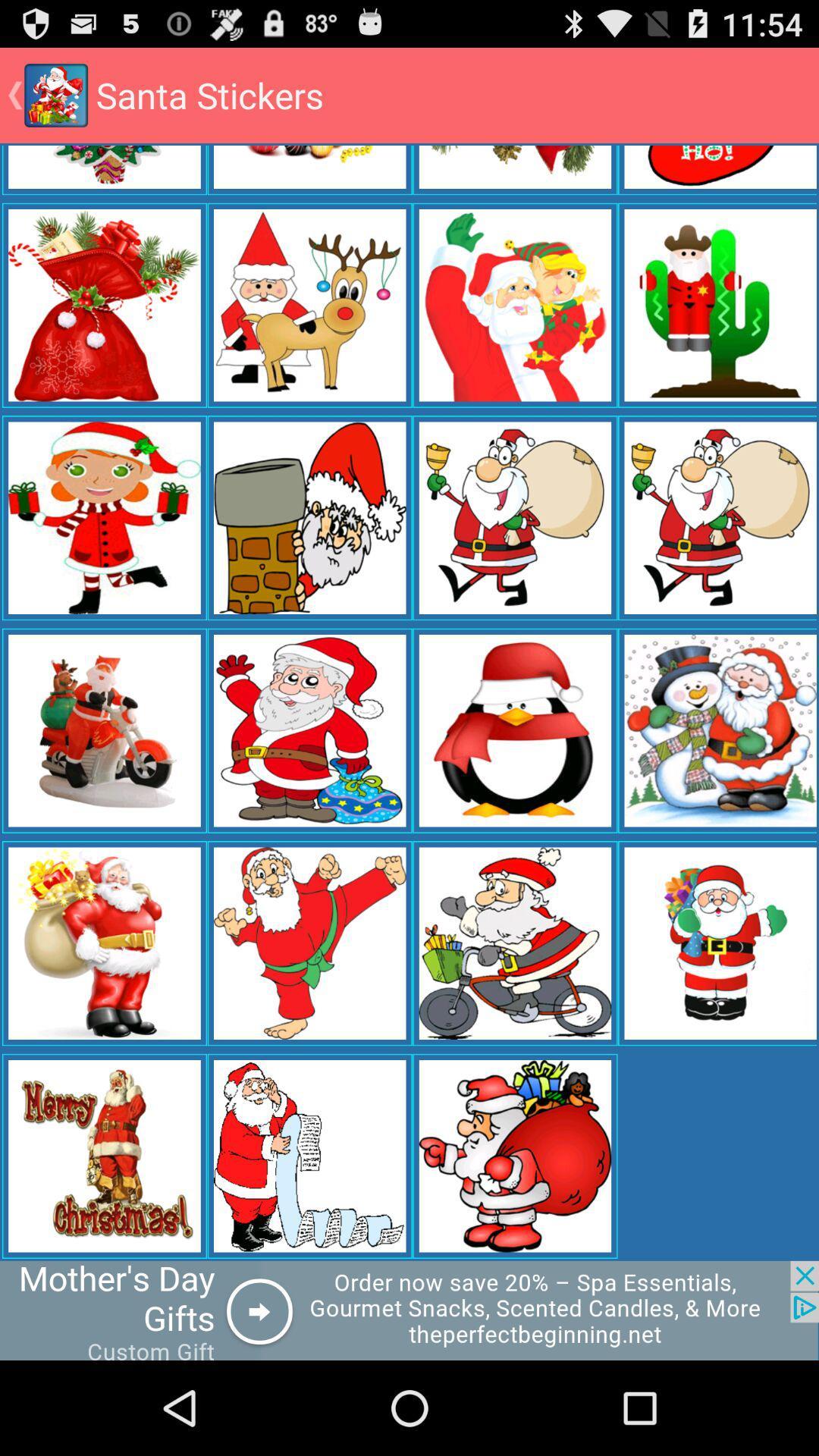 Image resolution: width=819 pixels, height=1456 pixels. Describe the element at coordinates (717, 942) in the screenshot. I see `from the 5th column last pic` at that location.